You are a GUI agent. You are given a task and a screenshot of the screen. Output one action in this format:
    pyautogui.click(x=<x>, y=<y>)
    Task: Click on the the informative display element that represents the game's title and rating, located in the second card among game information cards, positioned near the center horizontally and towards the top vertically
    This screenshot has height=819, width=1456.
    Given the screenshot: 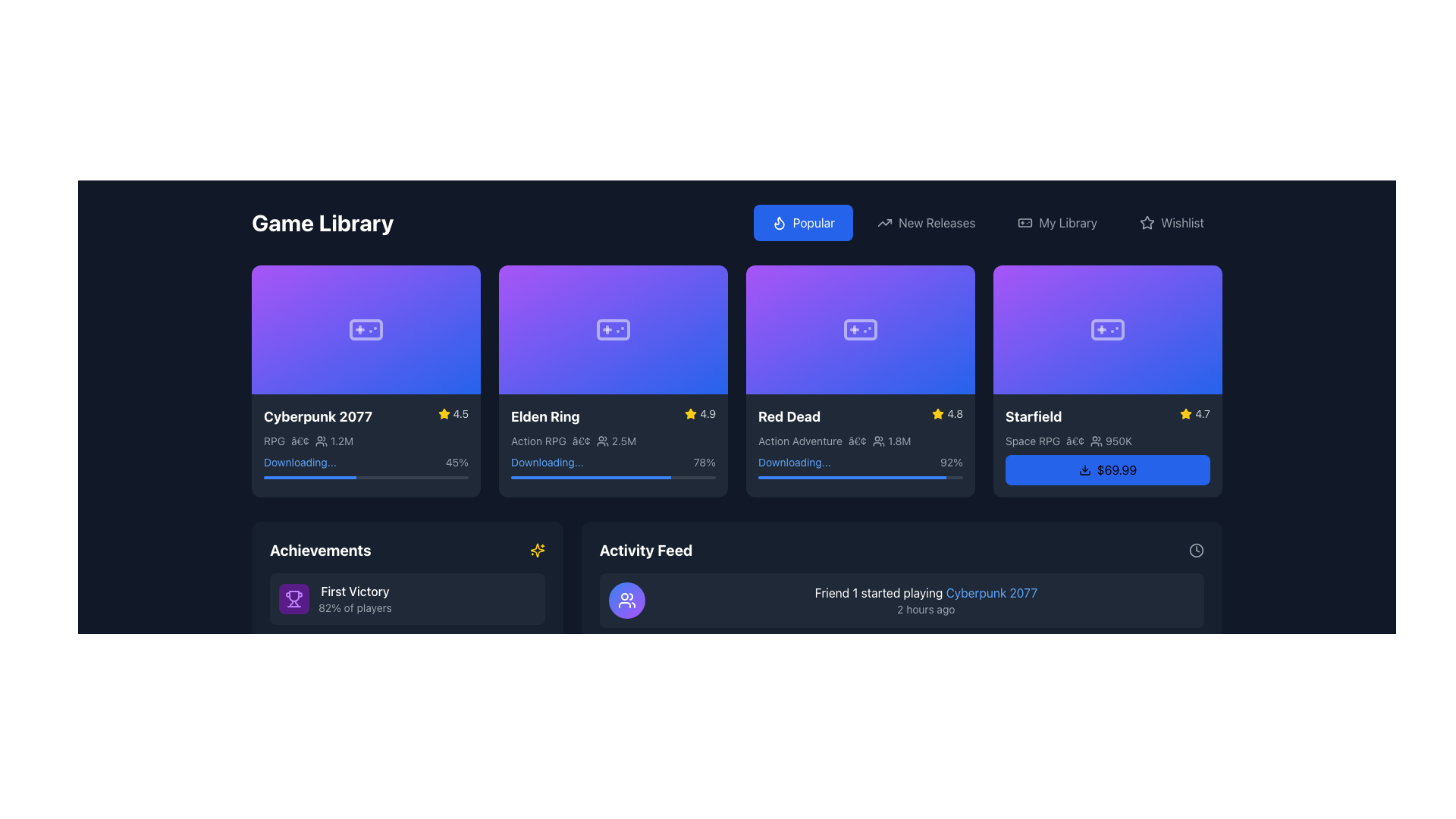 What is the action you would take?
    pyautogui.click(x=613, y=416)
    